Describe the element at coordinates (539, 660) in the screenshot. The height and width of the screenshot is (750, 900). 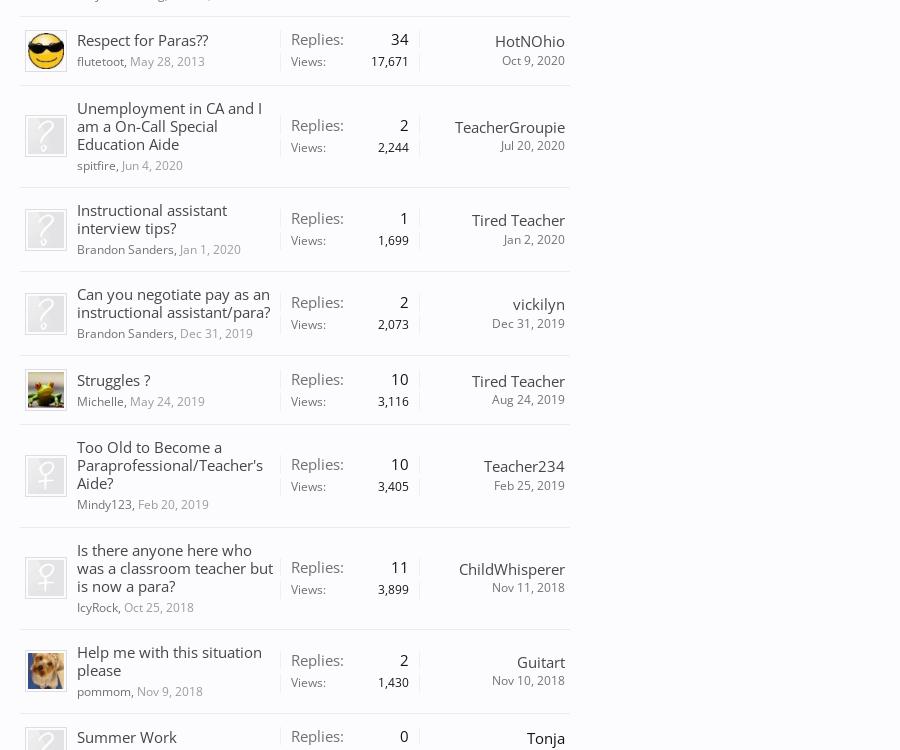
I see `'Guitart'` at that location.